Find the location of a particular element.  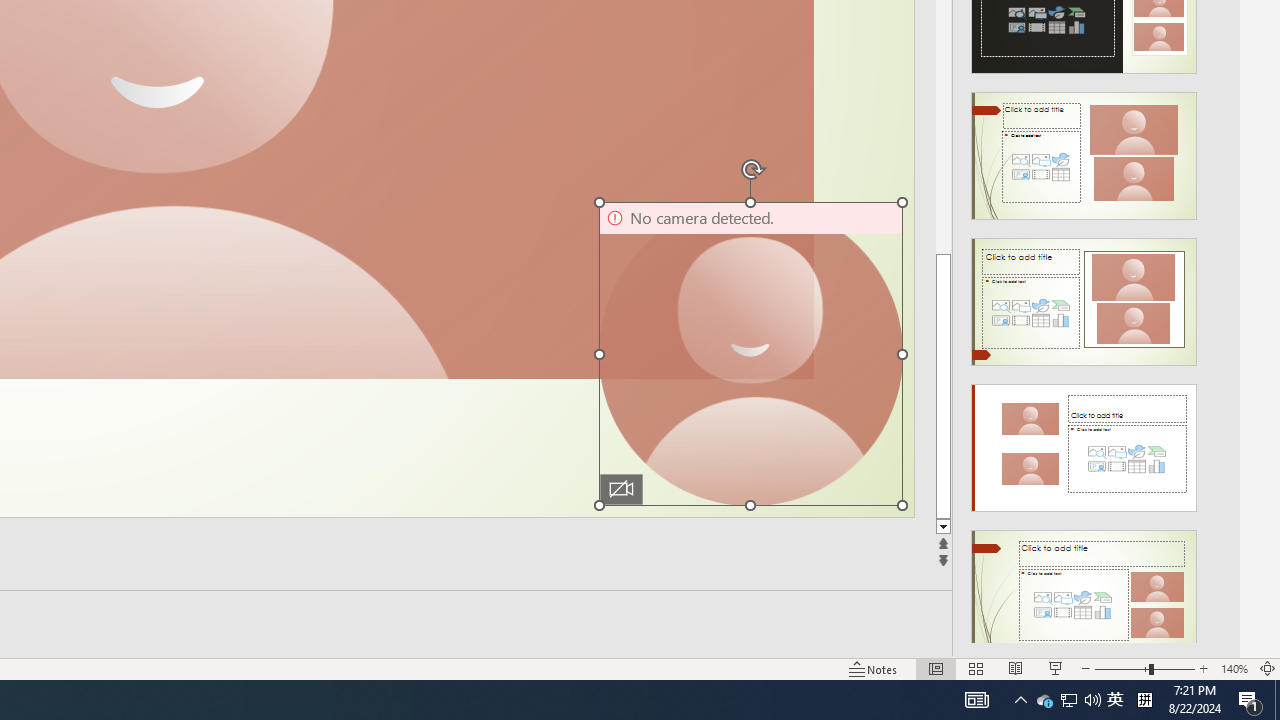

'Design Idea' is located at coordinates (1083, 586).